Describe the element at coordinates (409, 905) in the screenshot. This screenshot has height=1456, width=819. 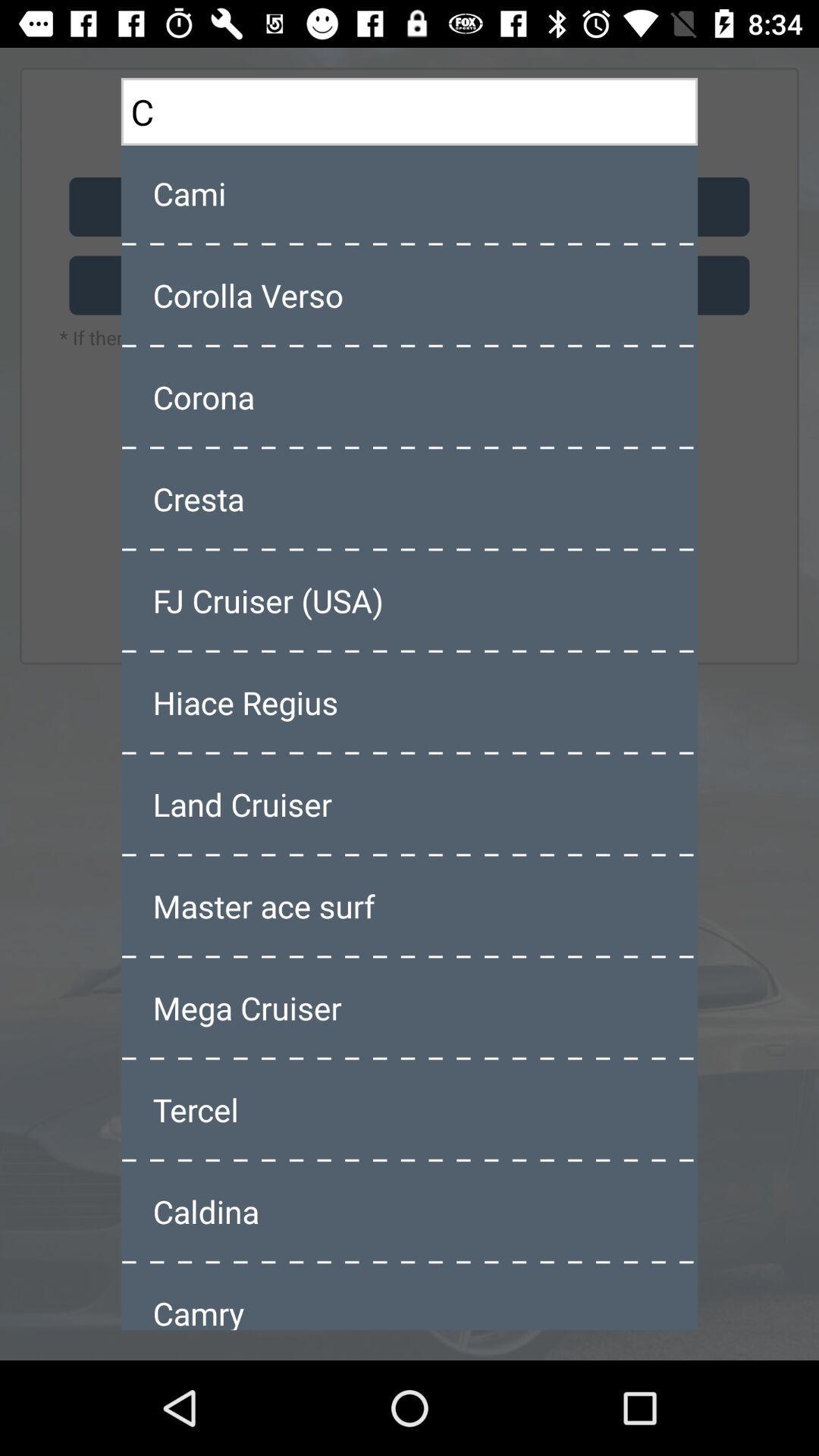
I see `item below land cruiser icon` at that location.